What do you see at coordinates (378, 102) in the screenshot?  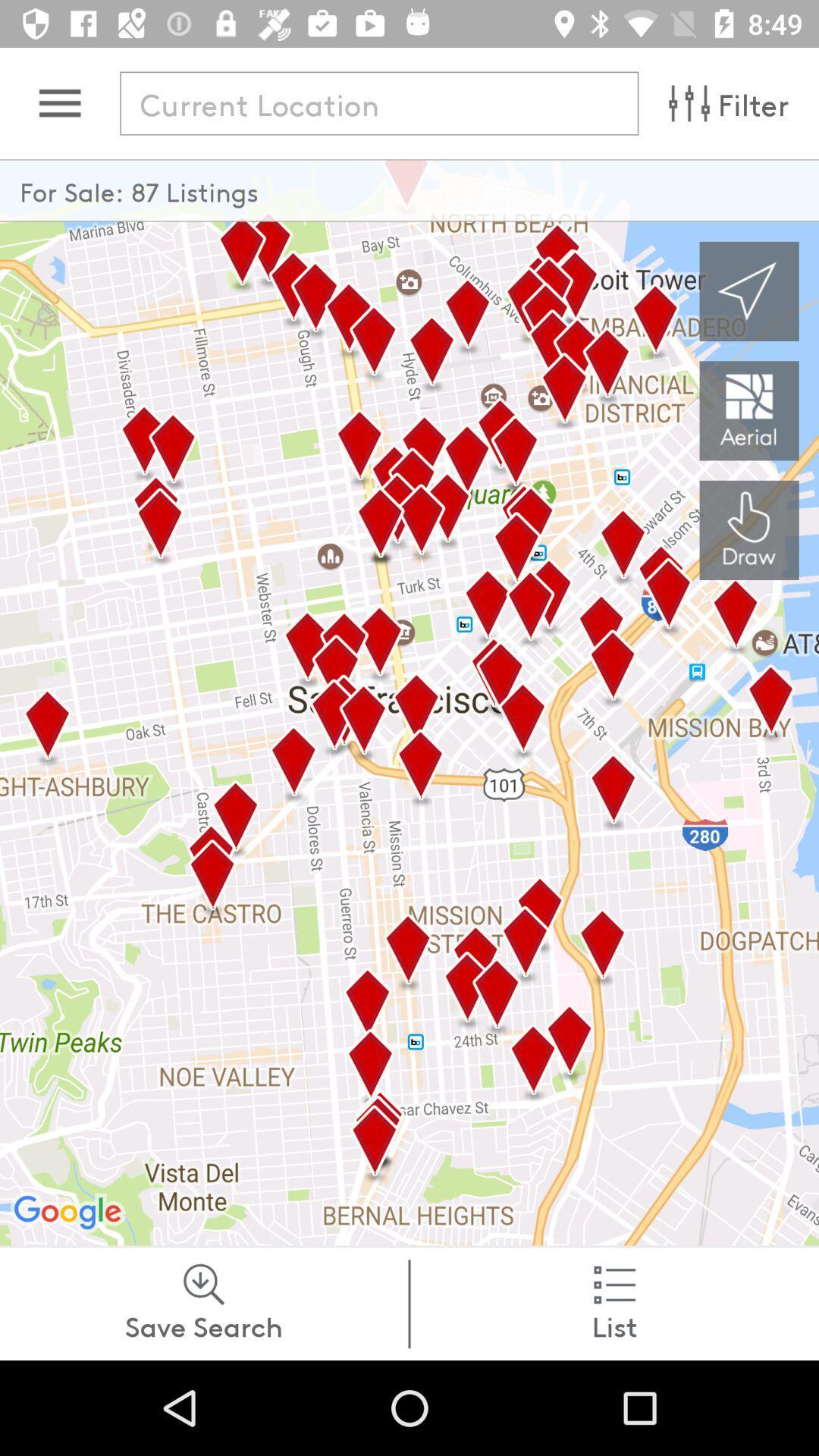 I see `find location` at bounding box center [378, 102].